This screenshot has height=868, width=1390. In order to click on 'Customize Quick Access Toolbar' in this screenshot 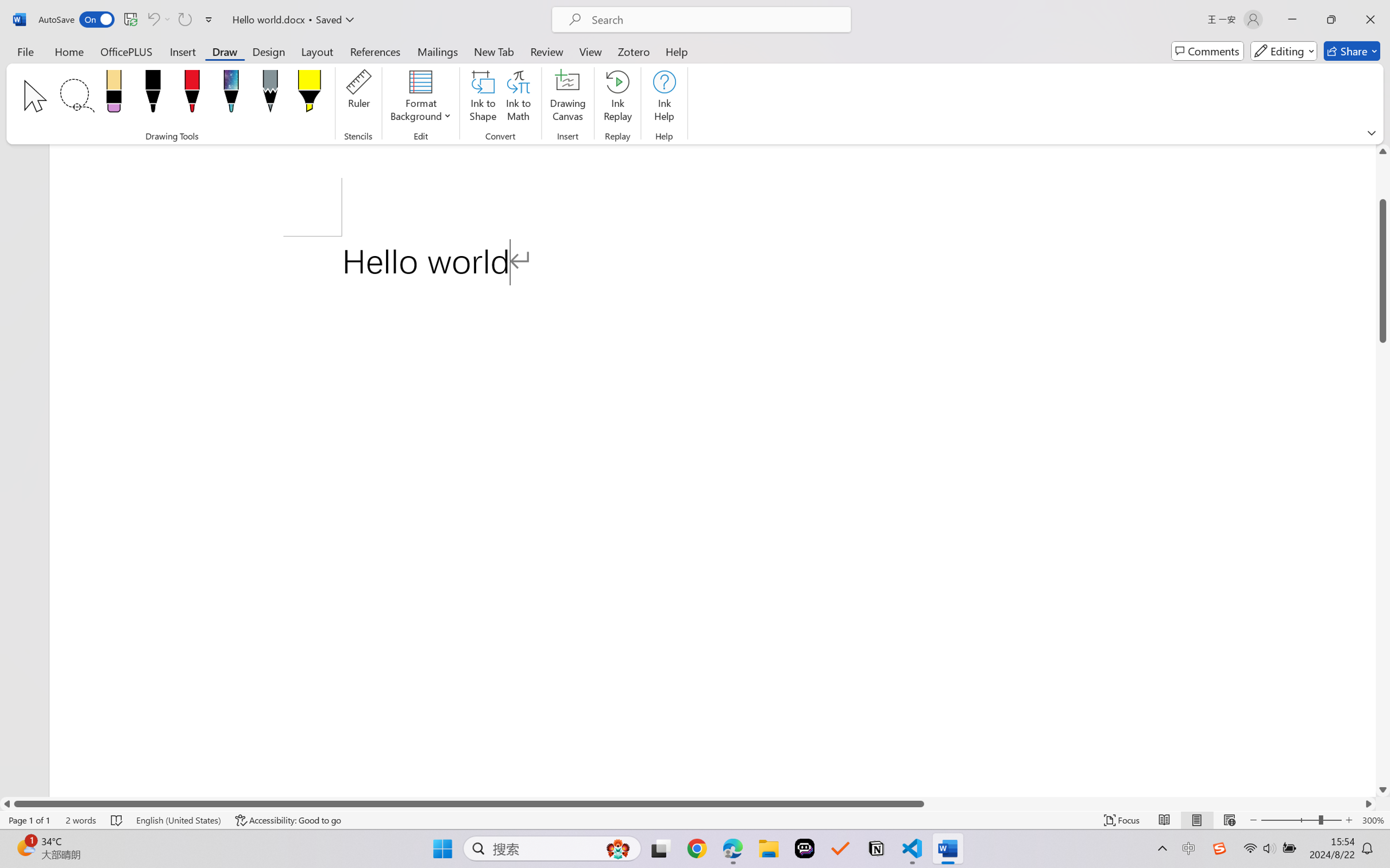, I will do `click(208, 19)`.